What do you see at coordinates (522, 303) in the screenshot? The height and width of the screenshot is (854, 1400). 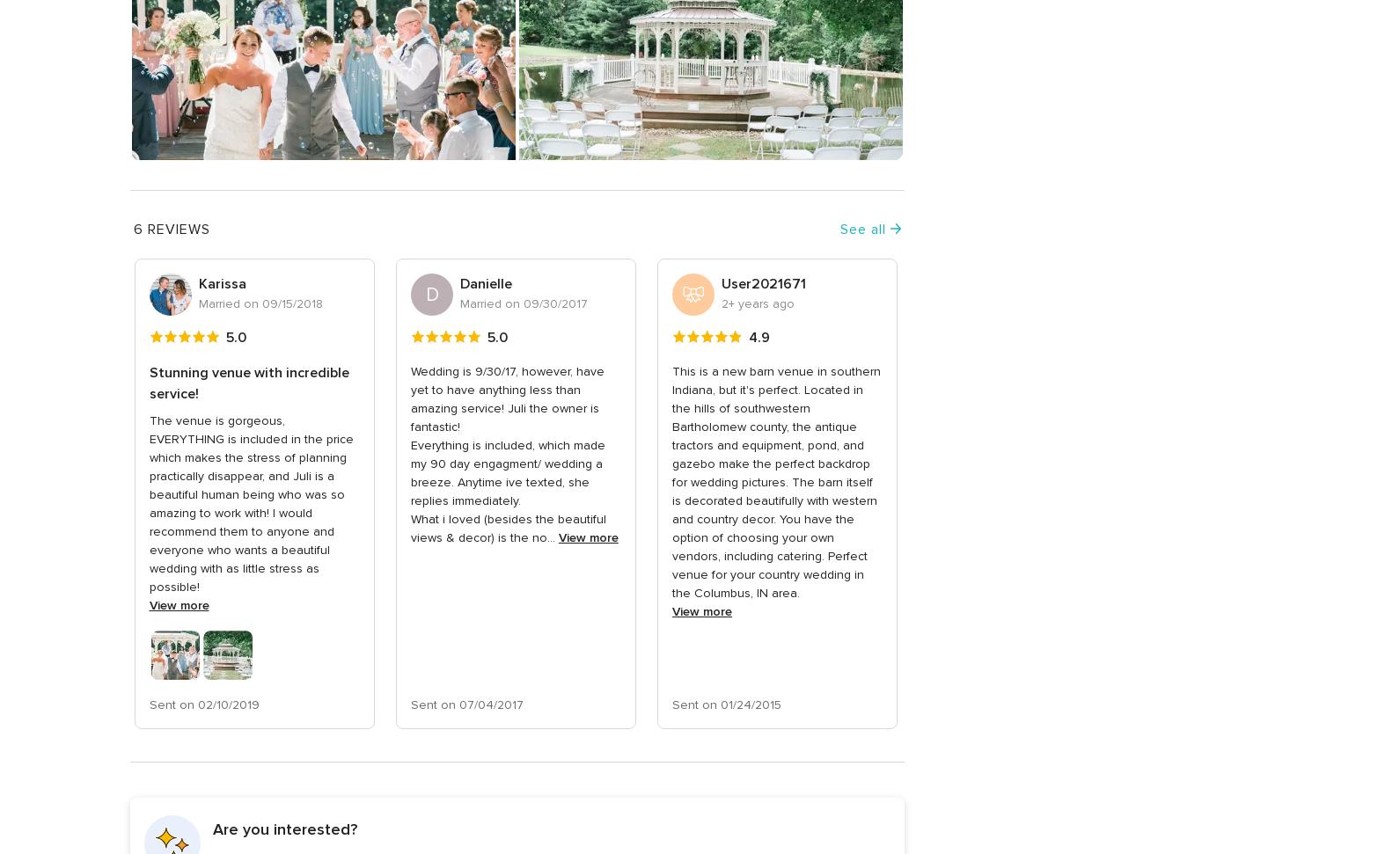 I see `'Married on 09/30/2017'` at bounding box center [522, 303].